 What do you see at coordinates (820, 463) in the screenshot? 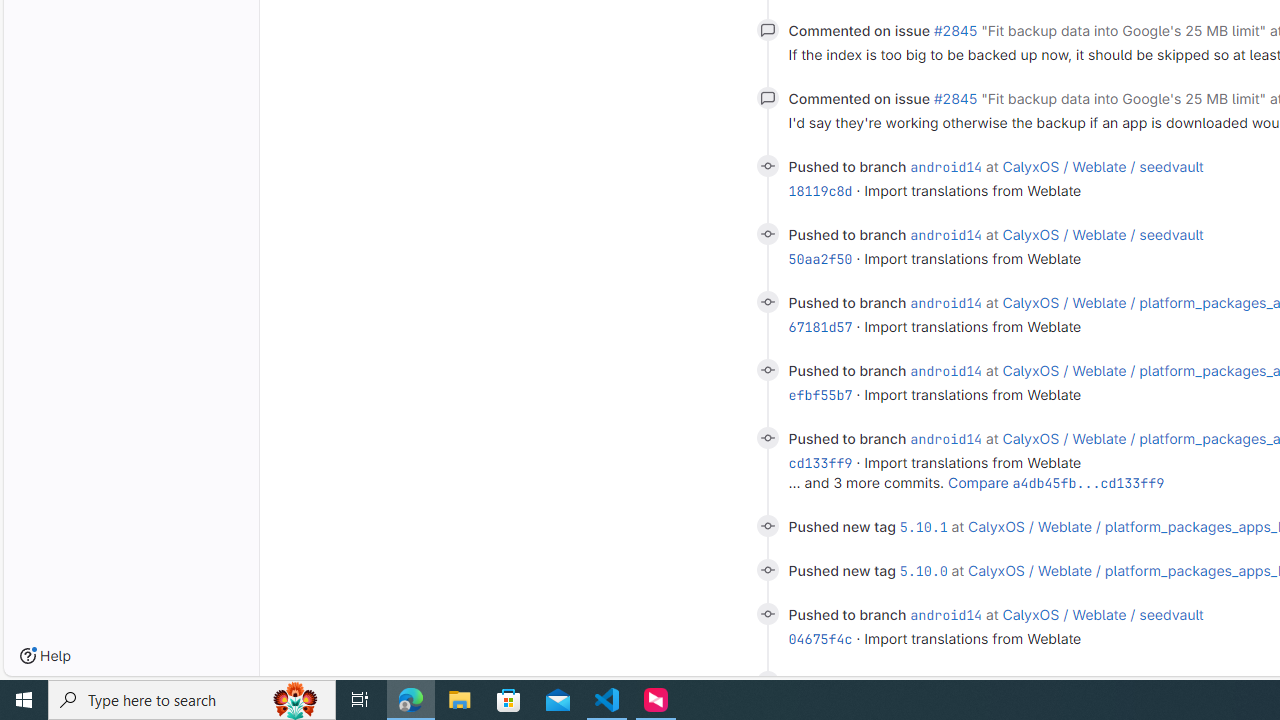
I see `'cd133ff9'` at bounding box center [820, 463].